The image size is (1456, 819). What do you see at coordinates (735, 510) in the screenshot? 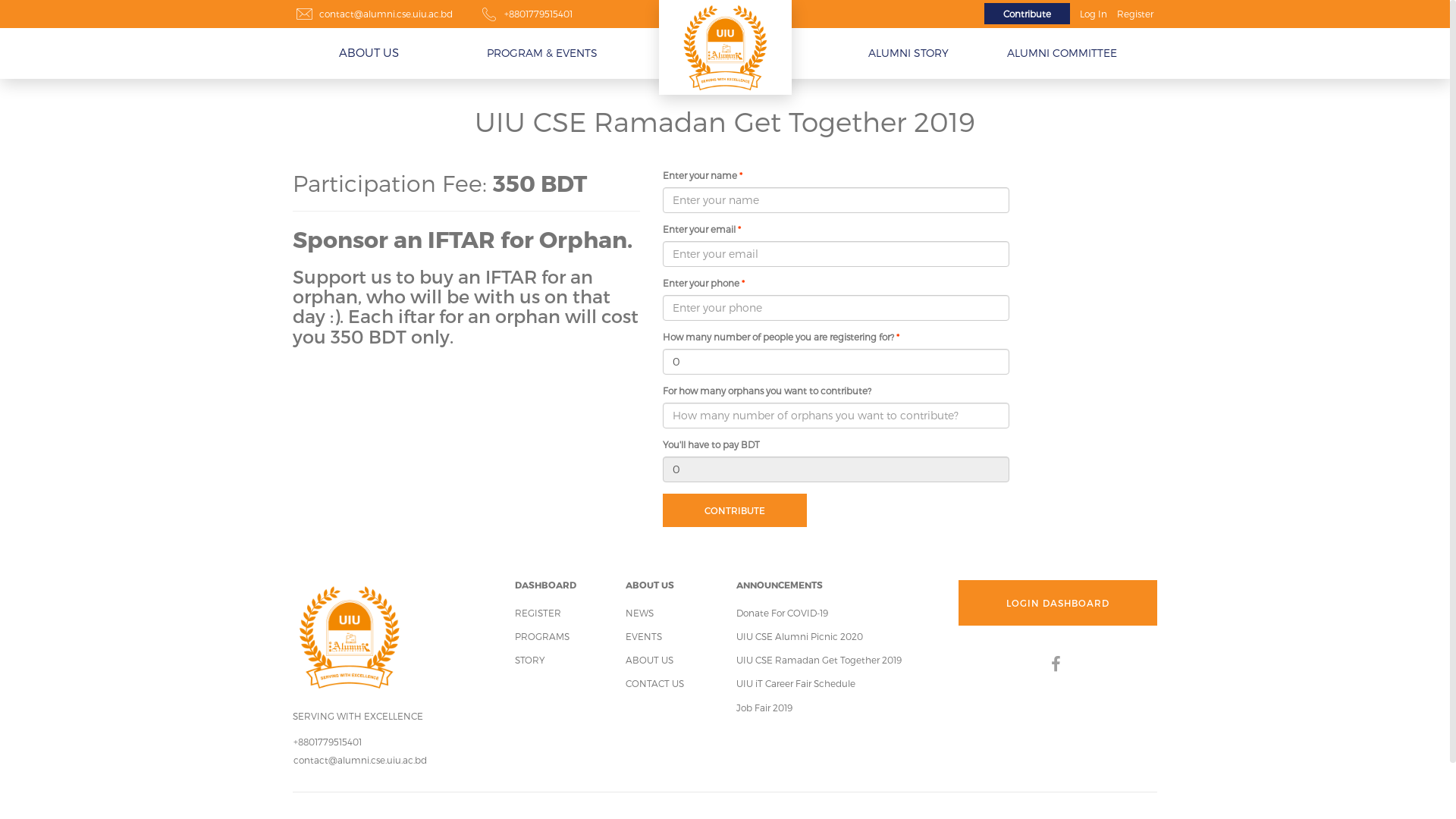
I see `'CONTRIBUTE'` at bounding box center [735, 510].